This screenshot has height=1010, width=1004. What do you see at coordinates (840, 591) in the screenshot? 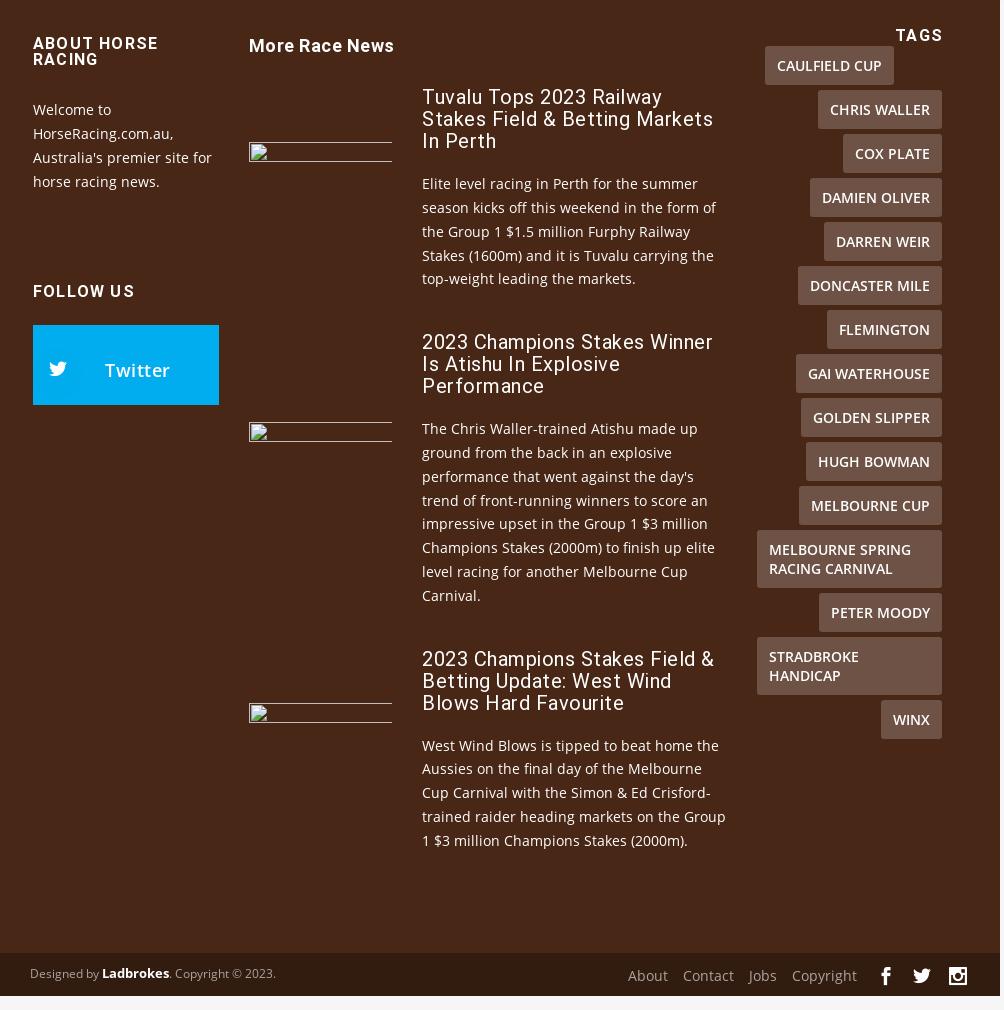
I see `'Melbourne Spring Racing Carnival'` at bounding box center [840, 591].